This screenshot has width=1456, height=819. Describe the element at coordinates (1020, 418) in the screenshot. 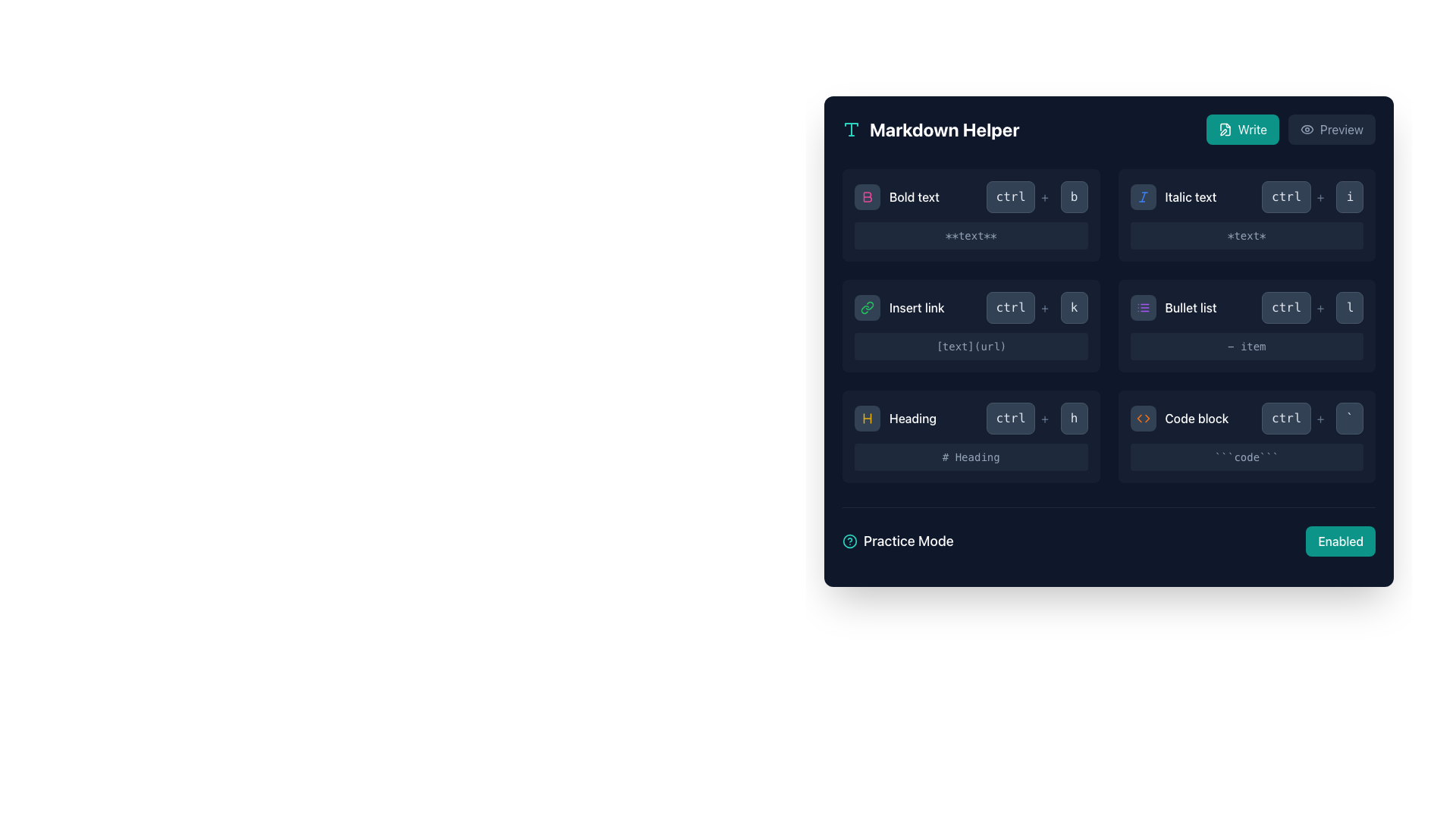

I see `the keyboard shortcut association for the 'ctrl' part of the 'ctrl+h' keyboard shortcut in the Markdown Helper interface, represented by the Label element` at that location.